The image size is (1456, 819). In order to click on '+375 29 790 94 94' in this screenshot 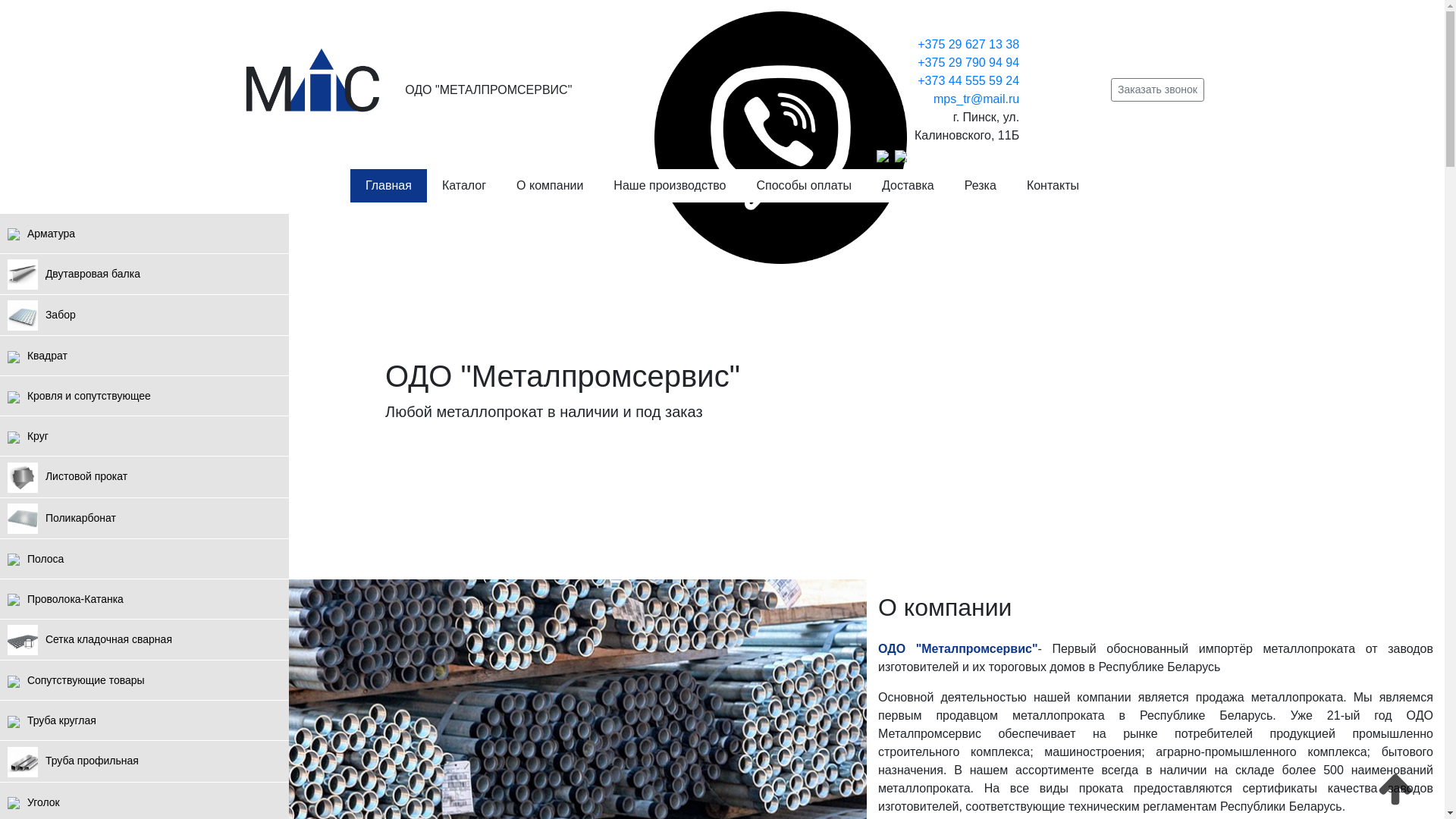, I will do `click(967, 61)`.